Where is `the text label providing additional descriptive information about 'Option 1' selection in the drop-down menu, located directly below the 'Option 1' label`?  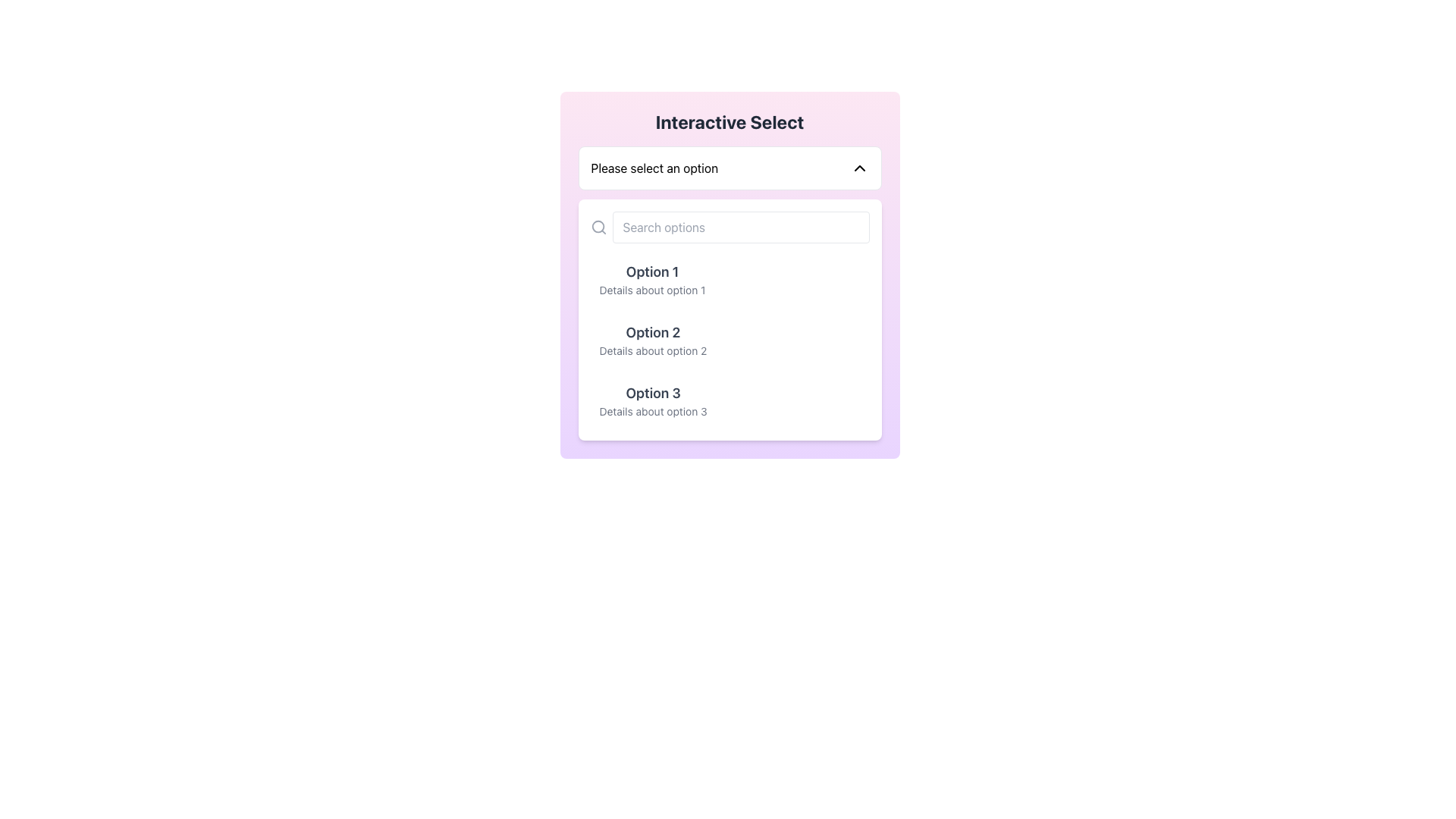 the text label providing additional descriptive information about 'Option 1' selection in the drop-down menu, located directly below the 'Option 1' label is located at coordinates (652, 290).